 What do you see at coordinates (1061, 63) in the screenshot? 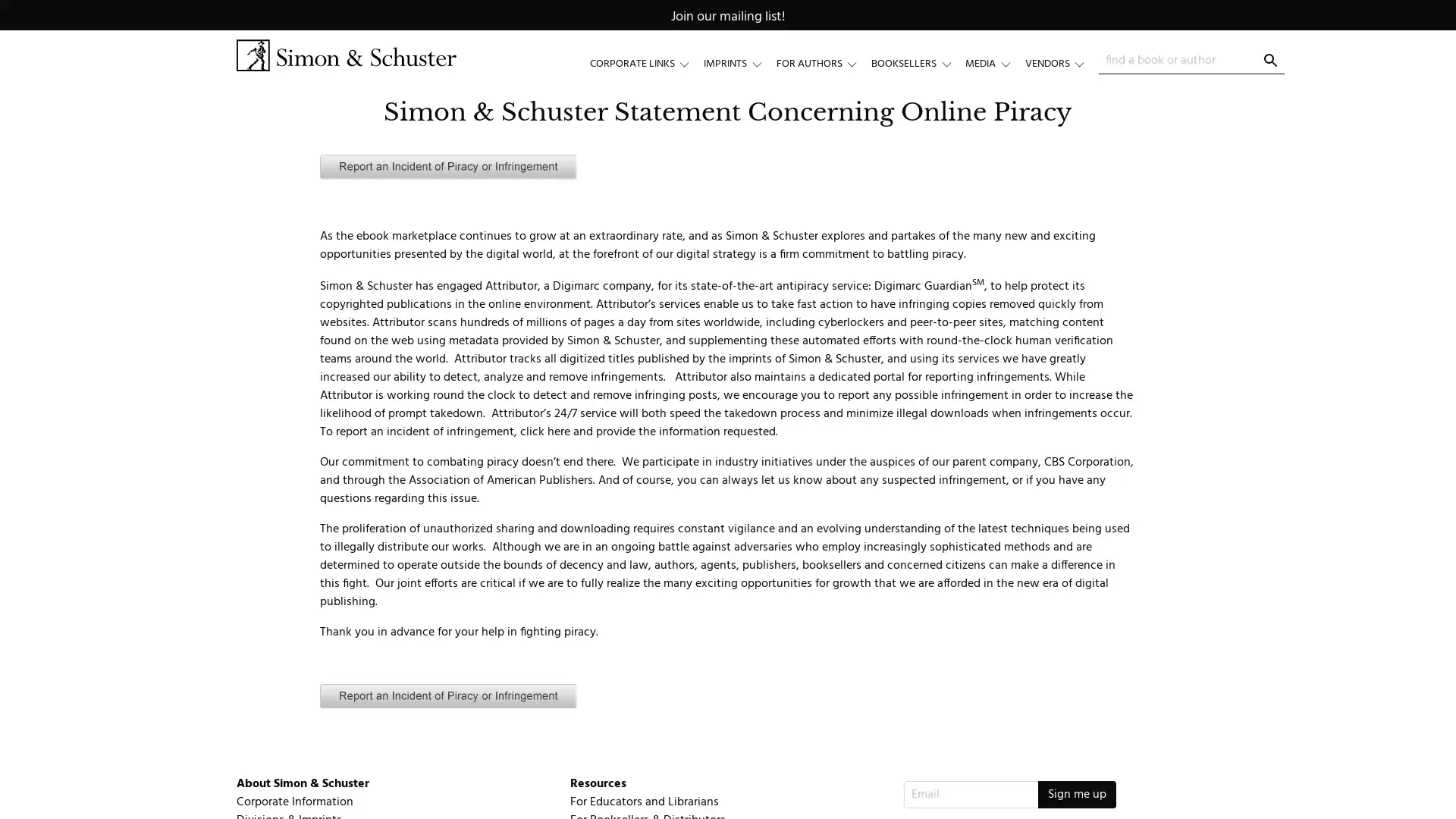
I see `VENDORS` at bounding box center [1061, 63].